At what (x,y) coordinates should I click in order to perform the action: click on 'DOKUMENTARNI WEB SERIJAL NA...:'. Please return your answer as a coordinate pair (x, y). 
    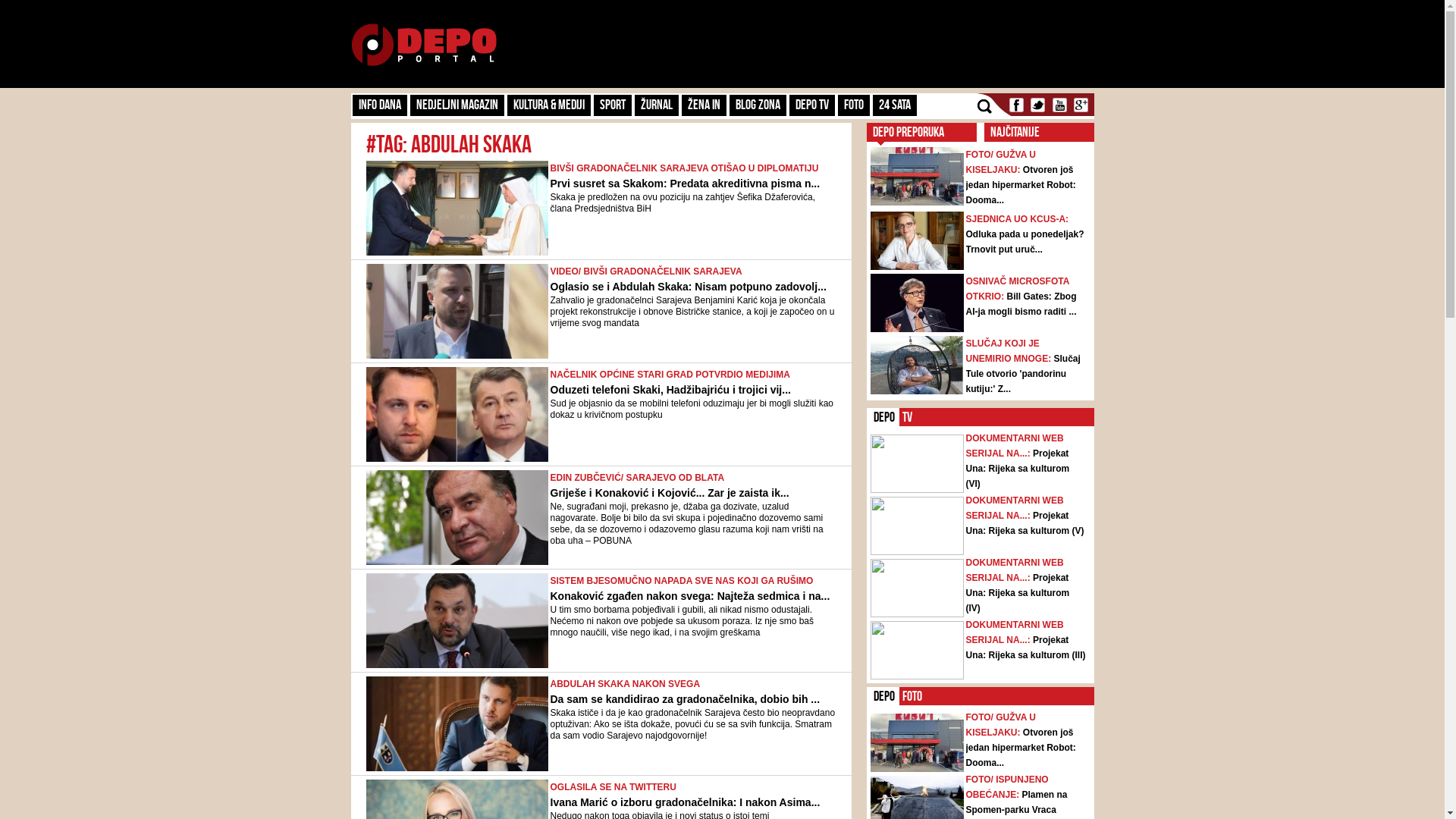
    Looking at the image, I should click on (1015, 508).